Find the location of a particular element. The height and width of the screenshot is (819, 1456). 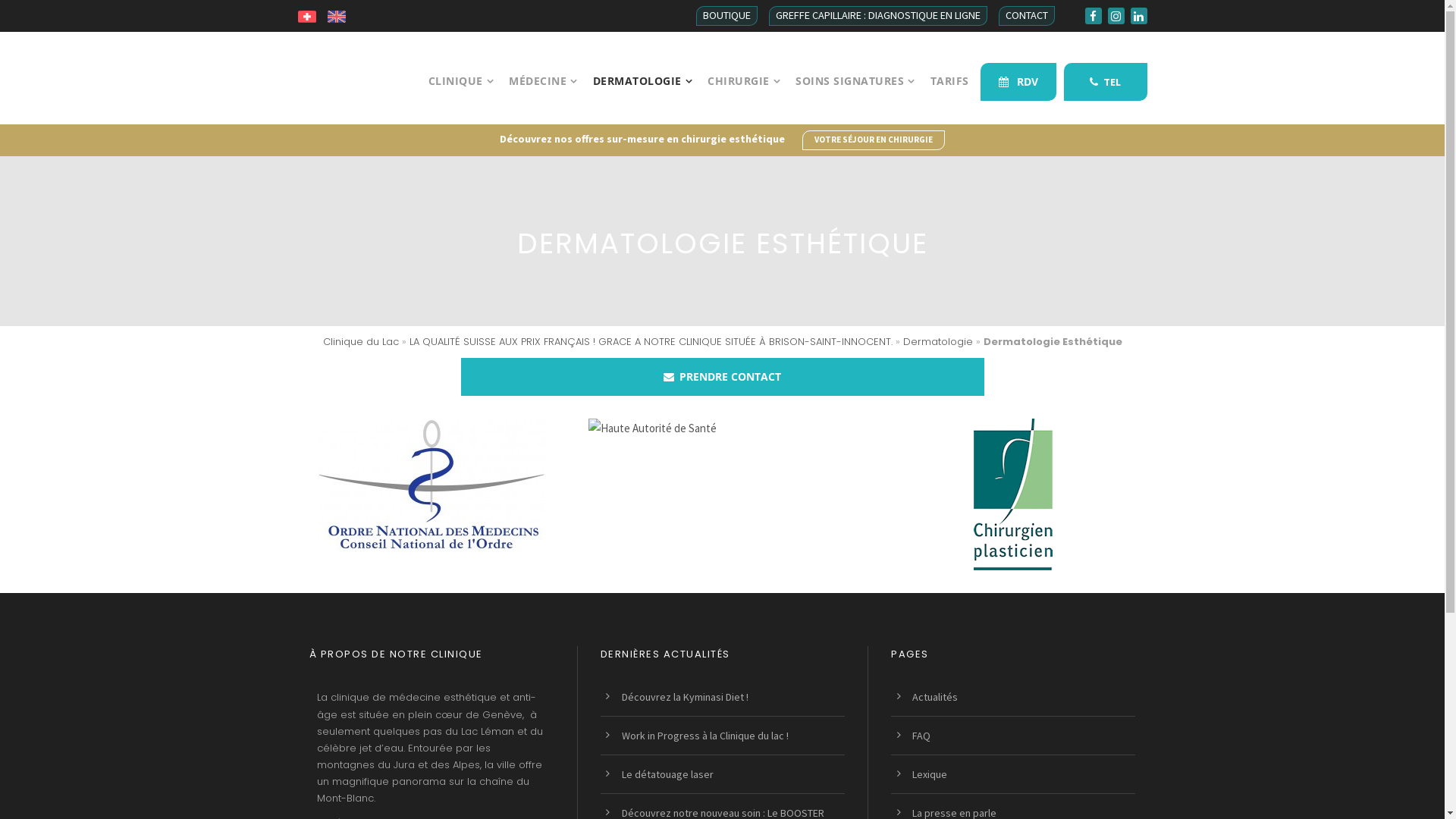

'DERMATOLOGIE' is located at coordinates (643, 99).